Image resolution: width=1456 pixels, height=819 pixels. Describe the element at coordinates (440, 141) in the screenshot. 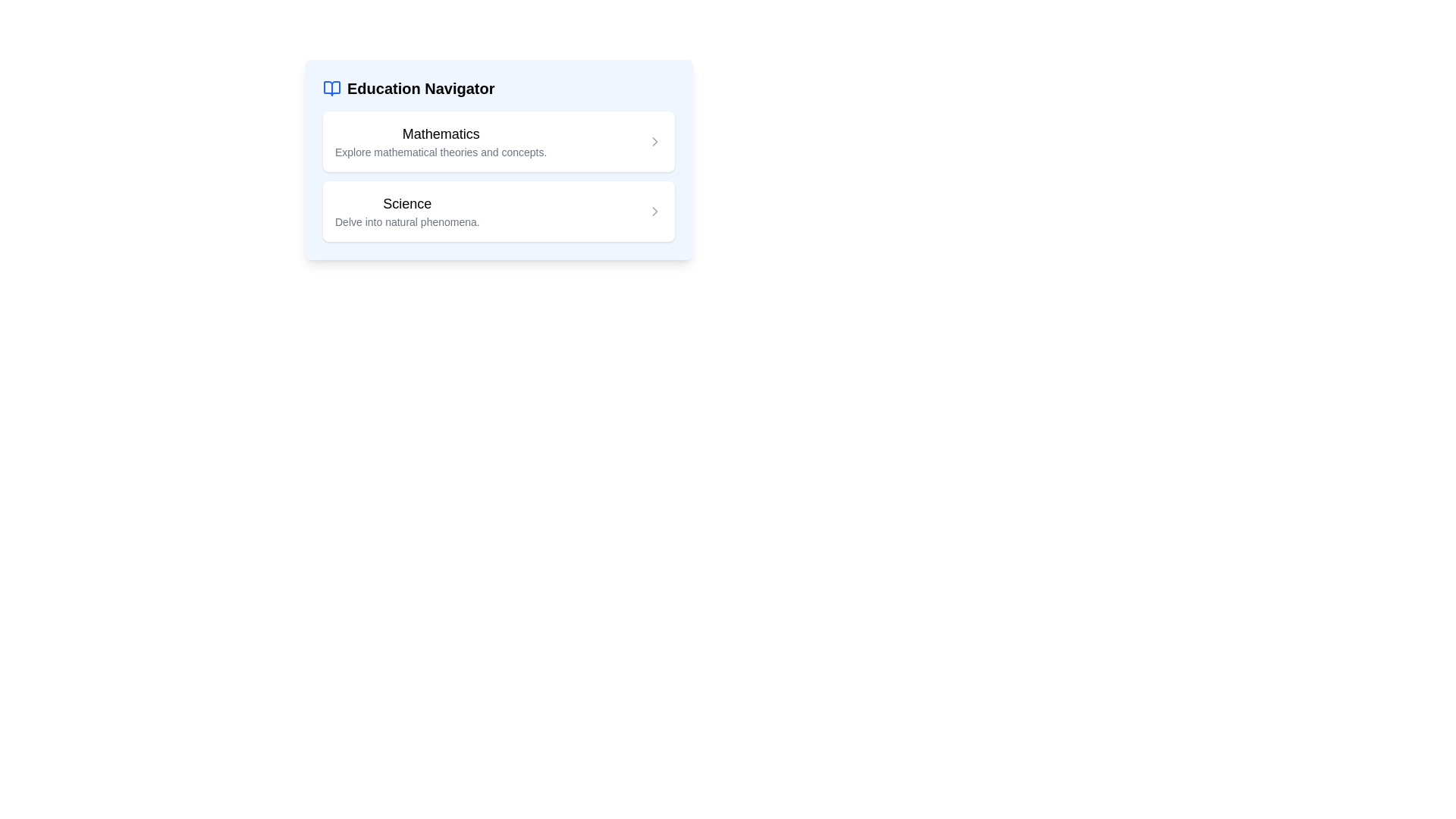

I see `the 'Mathematics' text block within the interactive card` at that location.